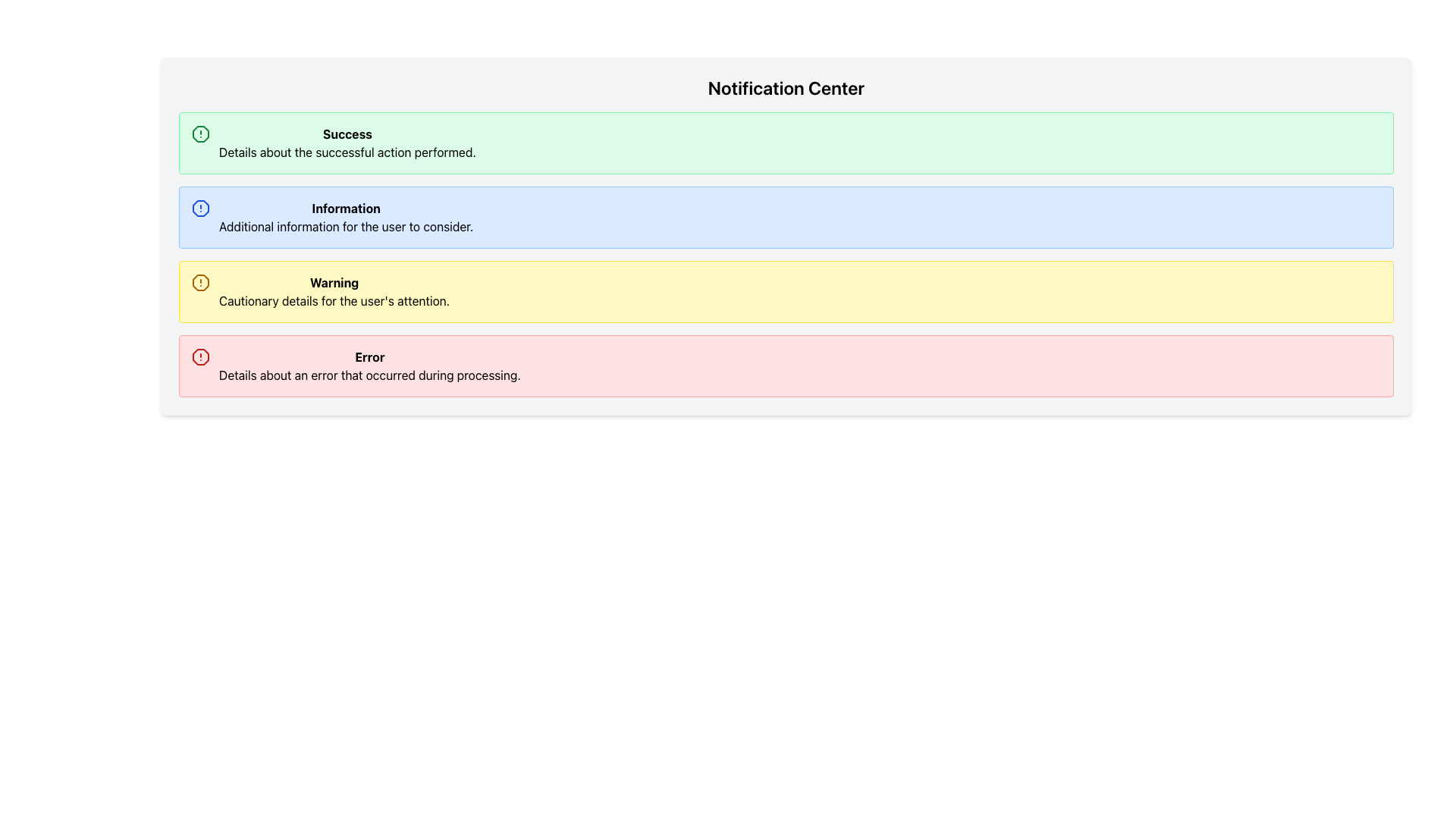 This screenshot has height=819, width=1456. Describe the element at coordinates (786, 292) in the screenshot. I see `the third notification box in the vertically stacked list that serves as a warning notification` at that location.